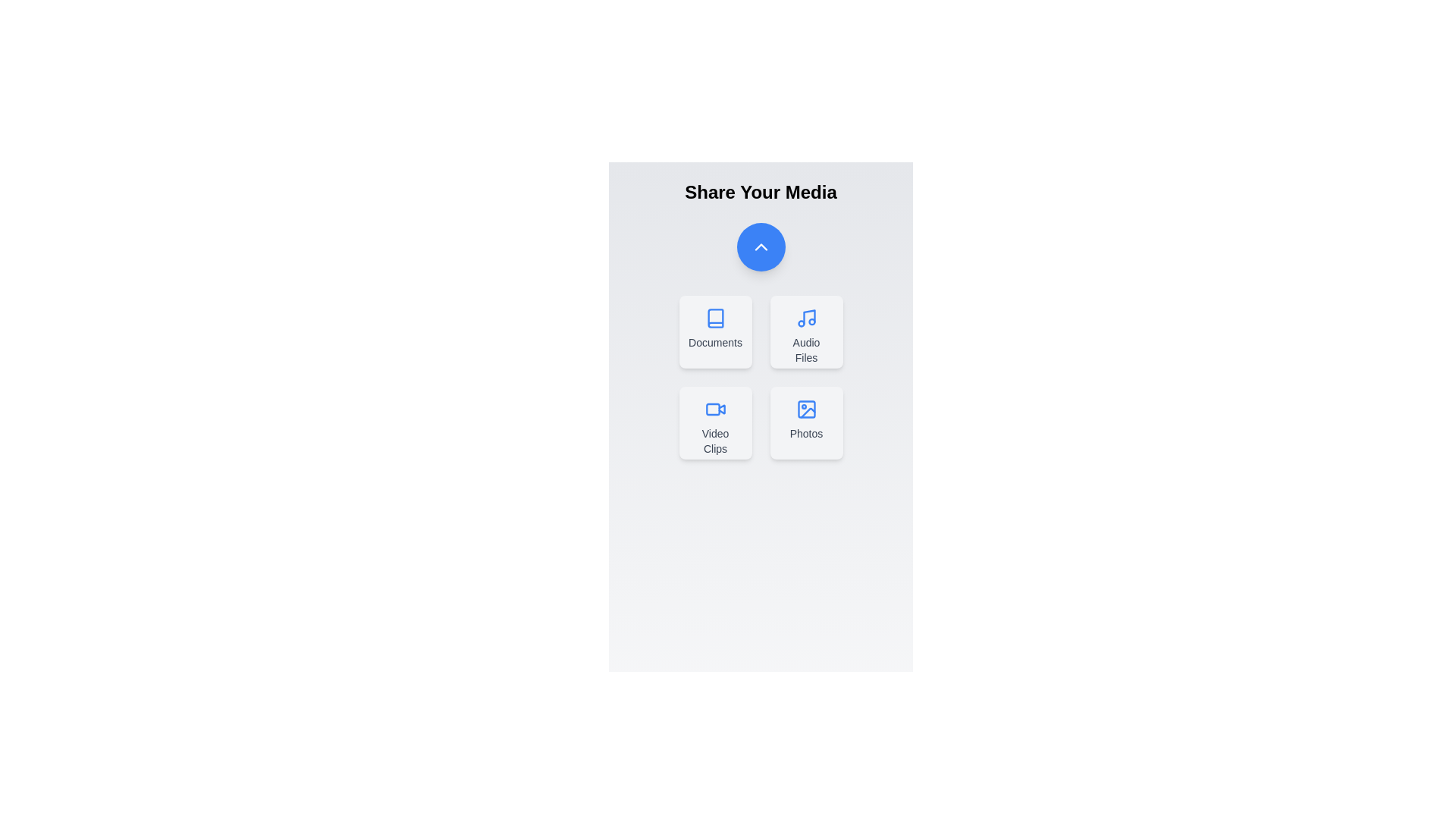  I want to click on the button corresponding to the media type Video Clips, so click(714, 423).